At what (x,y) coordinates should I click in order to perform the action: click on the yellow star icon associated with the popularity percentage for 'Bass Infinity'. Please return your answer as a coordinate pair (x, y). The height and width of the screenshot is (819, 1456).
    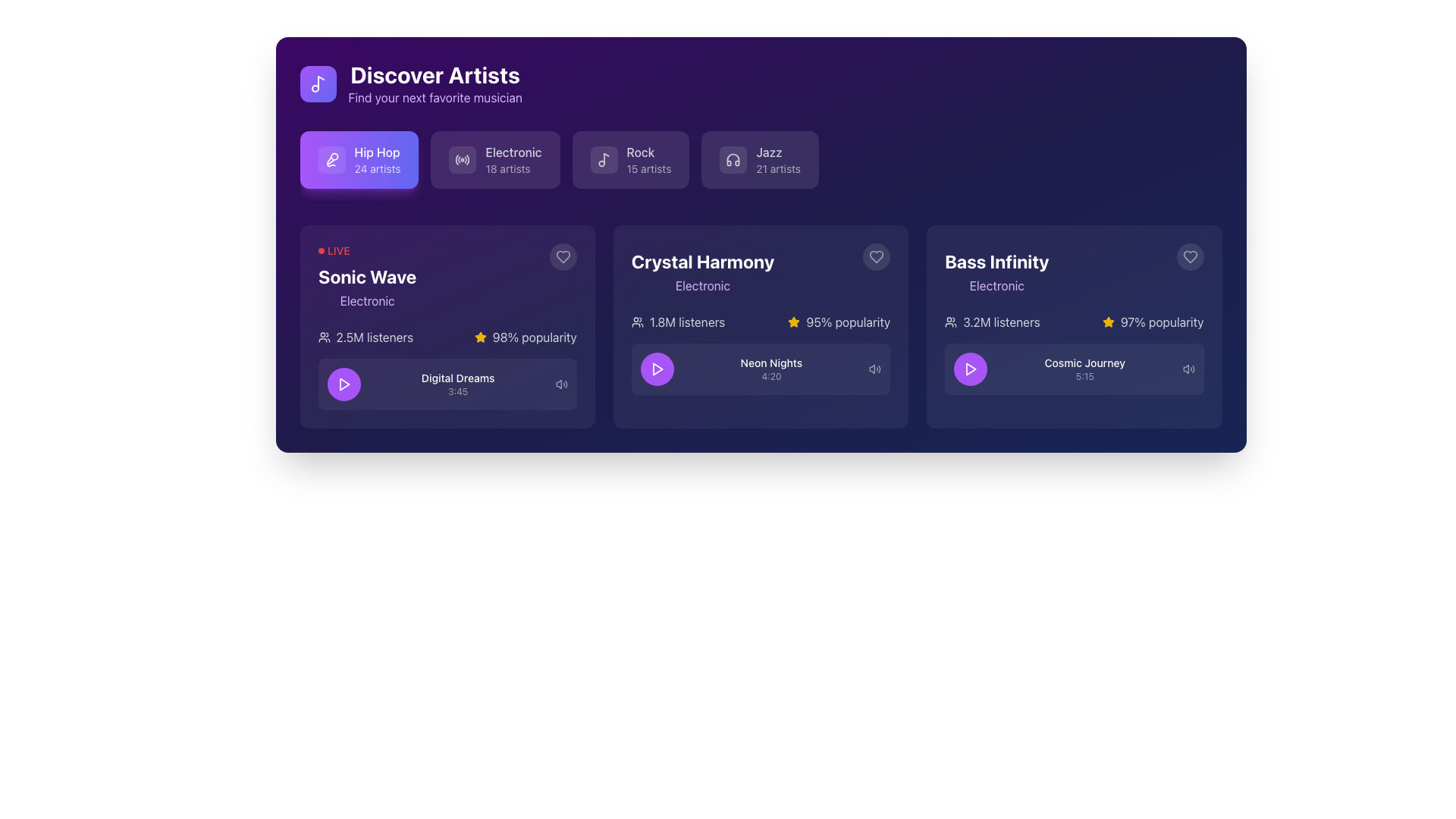
    Looking at the image, I should click on (1108, 321).